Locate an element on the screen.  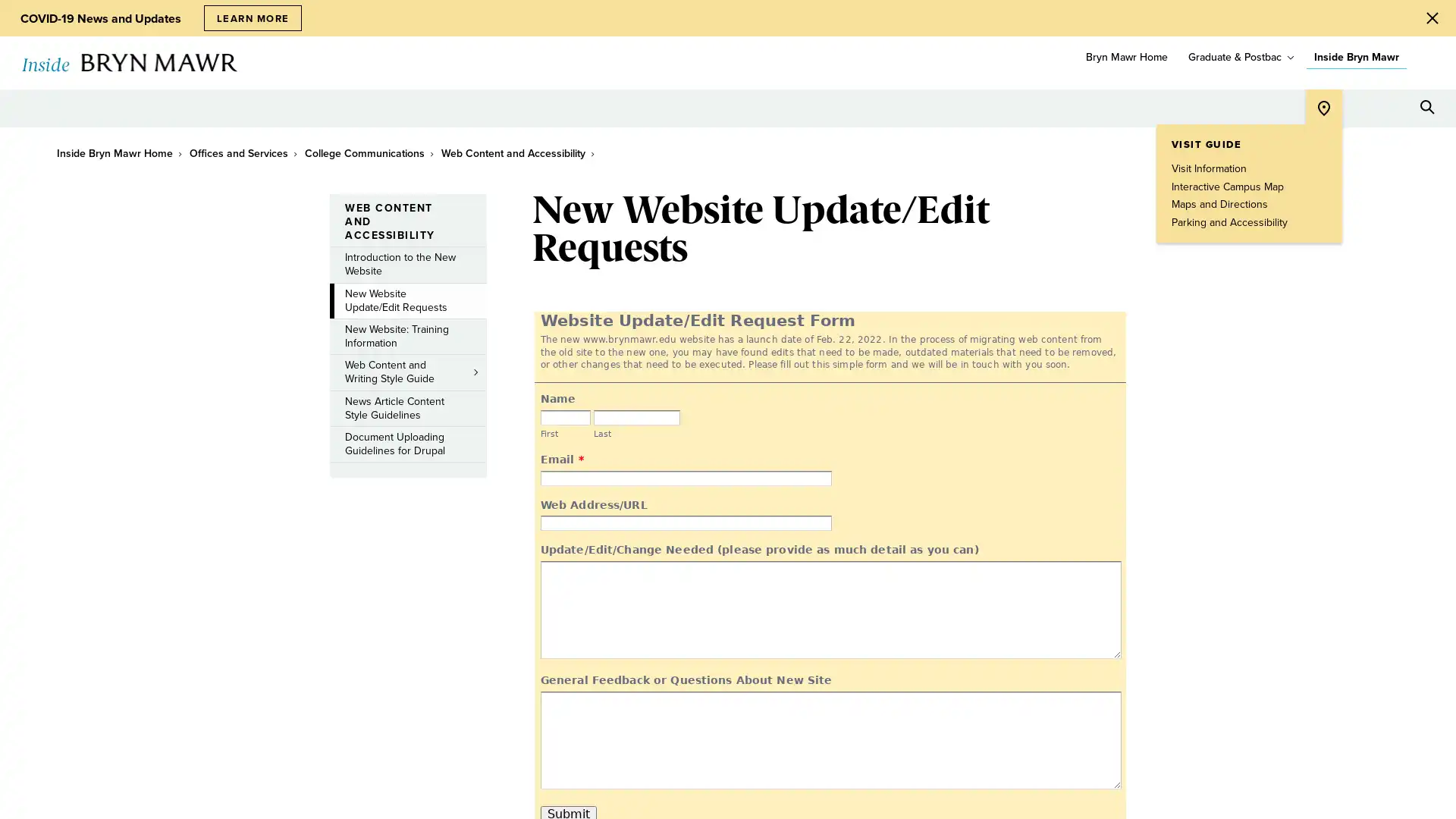
Search is located at coordinates (1426, 106).